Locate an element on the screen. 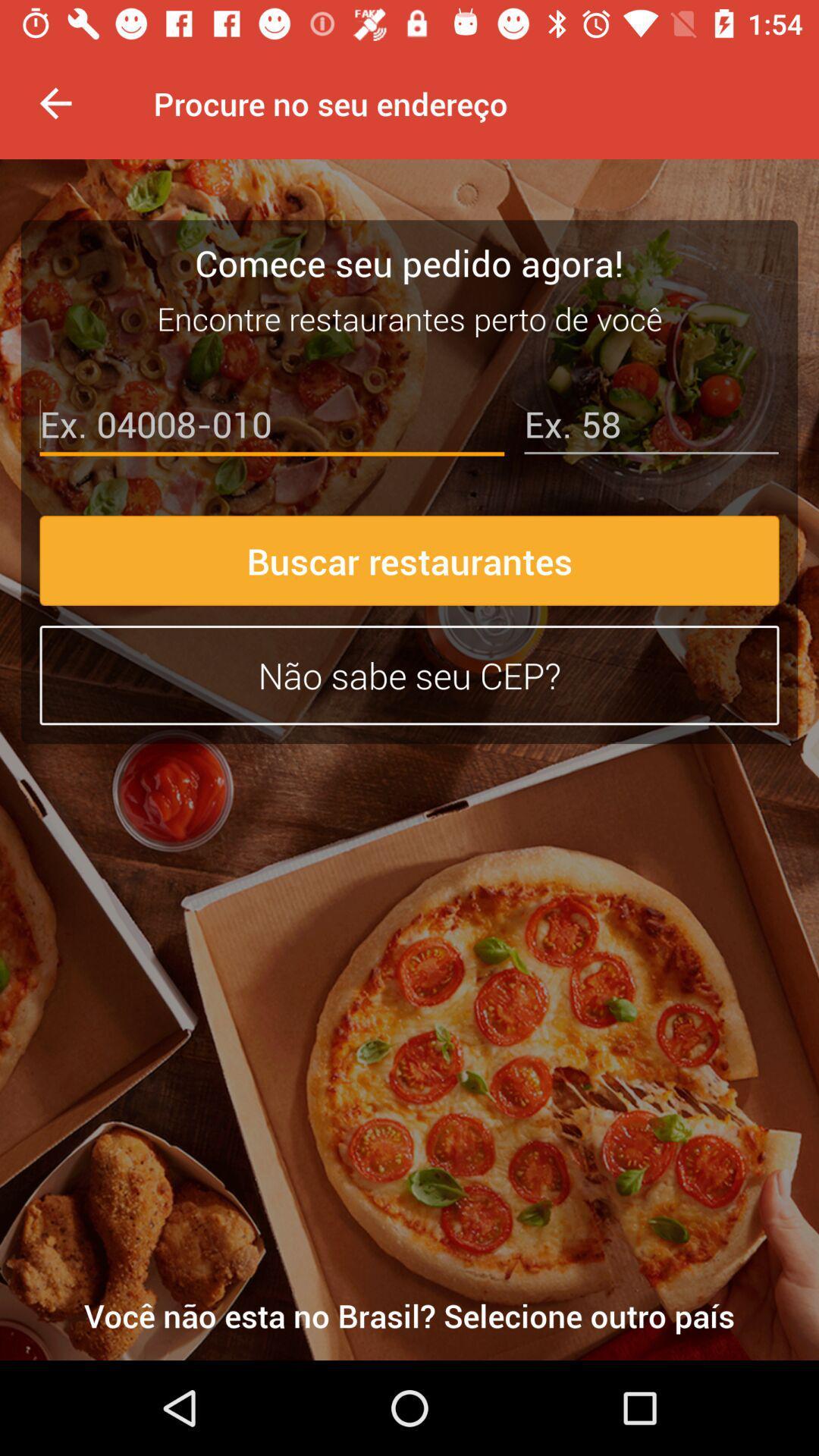 The image size is (819, 1456). address is located at coordinates (651, 427).